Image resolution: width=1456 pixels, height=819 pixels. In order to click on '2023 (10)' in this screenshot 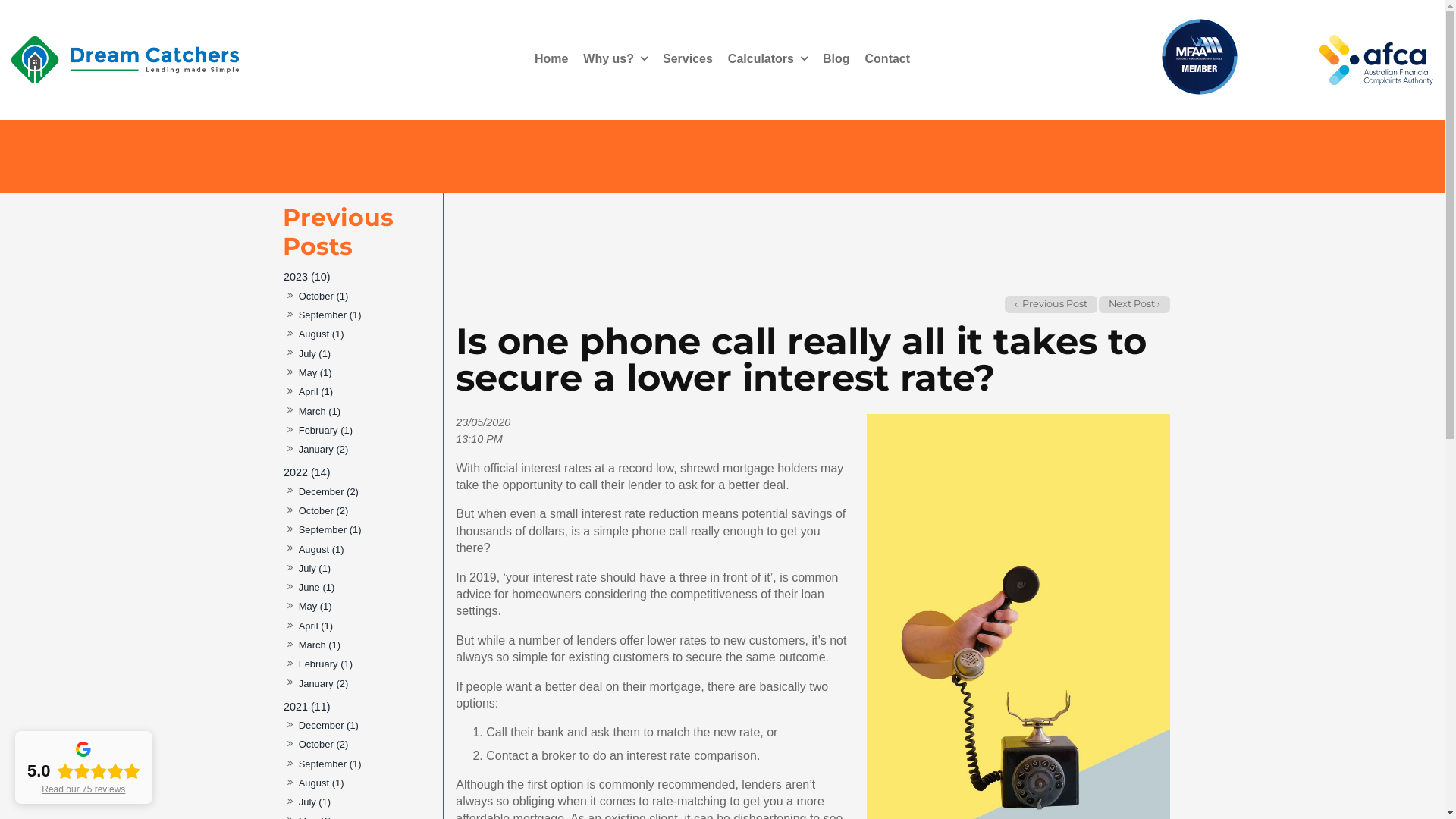, I will do `click(358, 277)`.